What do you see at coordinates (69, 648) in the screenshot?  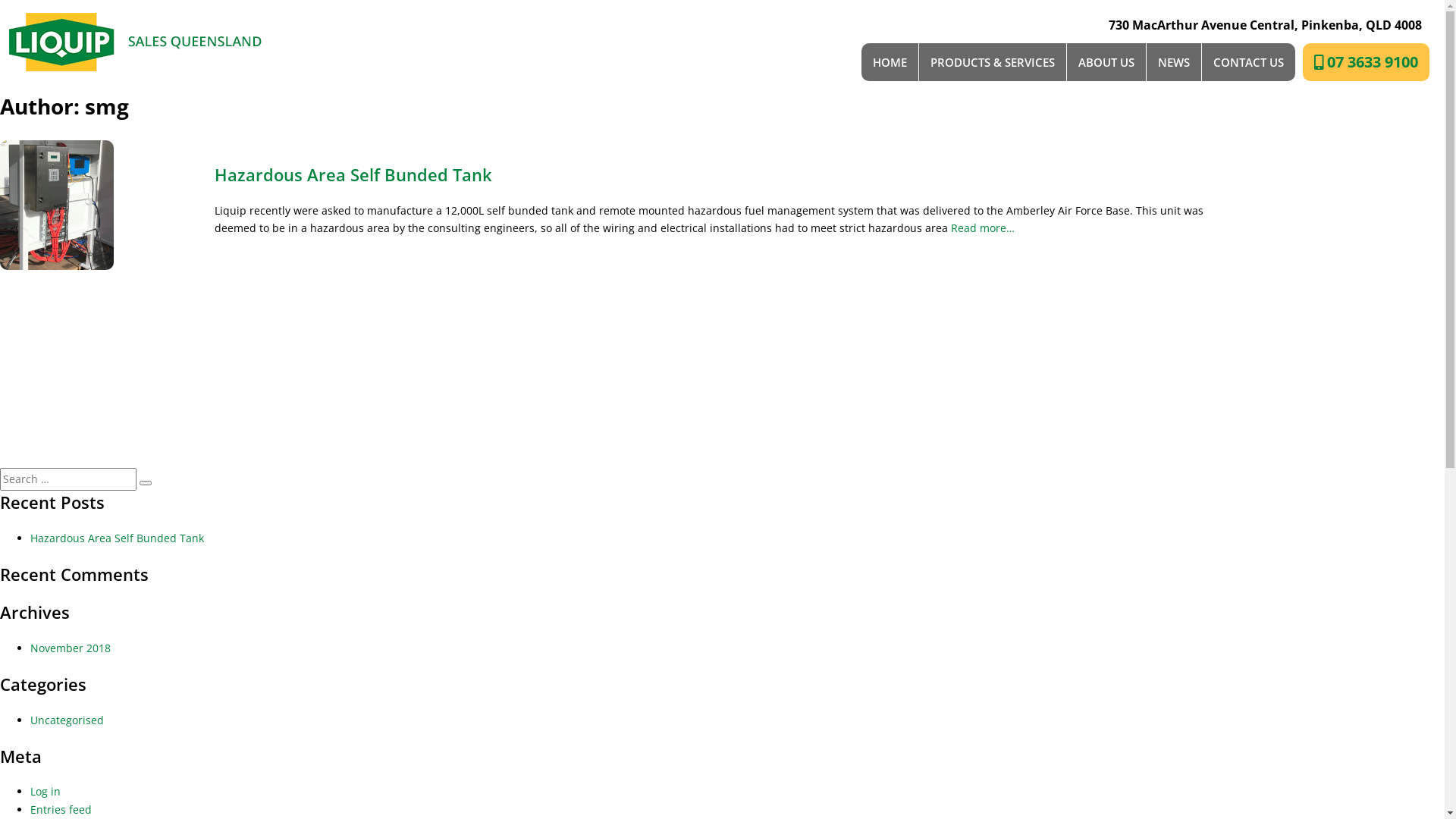 I see `'November 2018'` at bounding box center [69, 648].